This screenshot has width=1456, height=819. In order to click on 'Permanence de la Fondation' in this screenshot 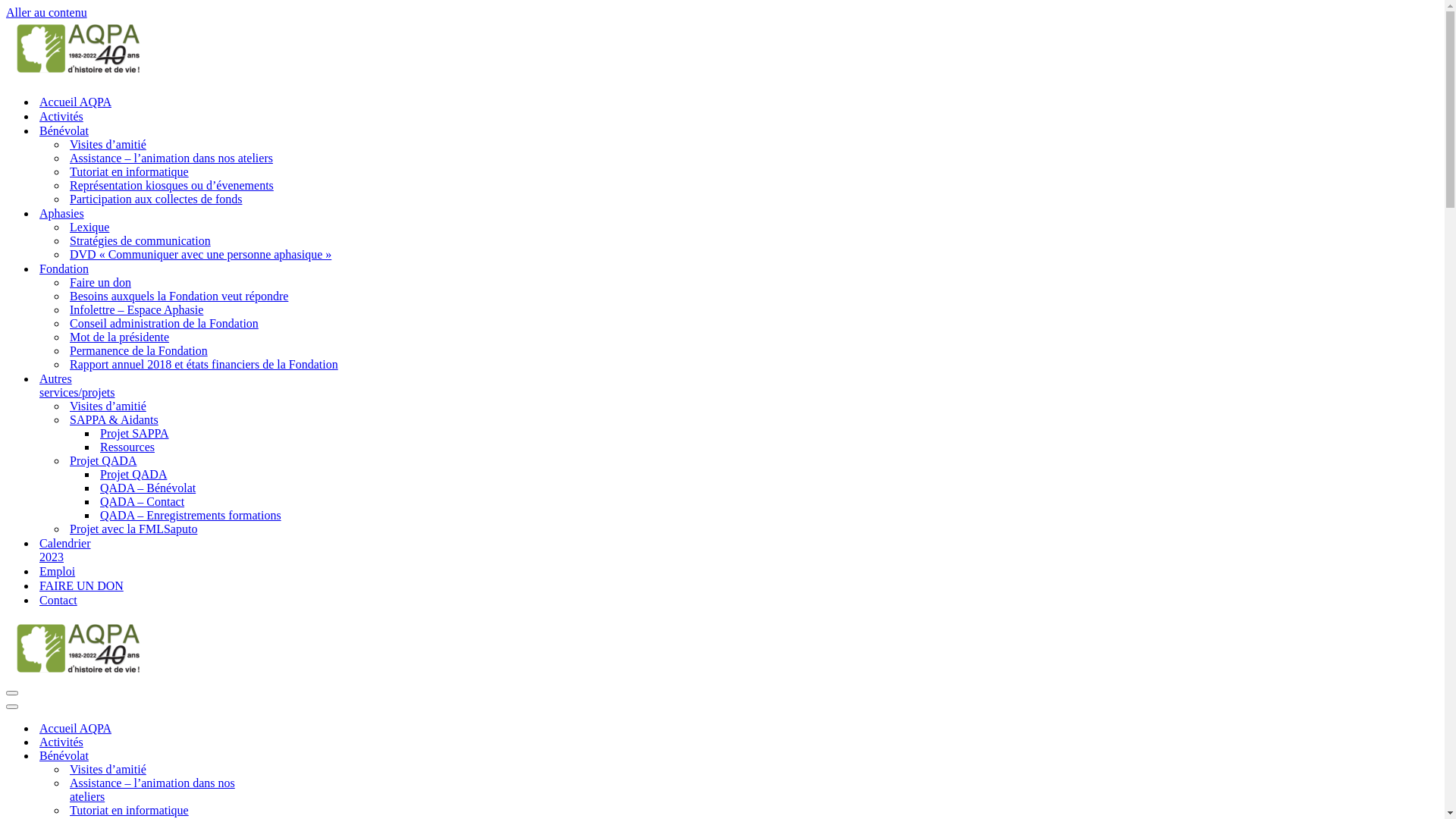, I will do `click(68, 350)`.